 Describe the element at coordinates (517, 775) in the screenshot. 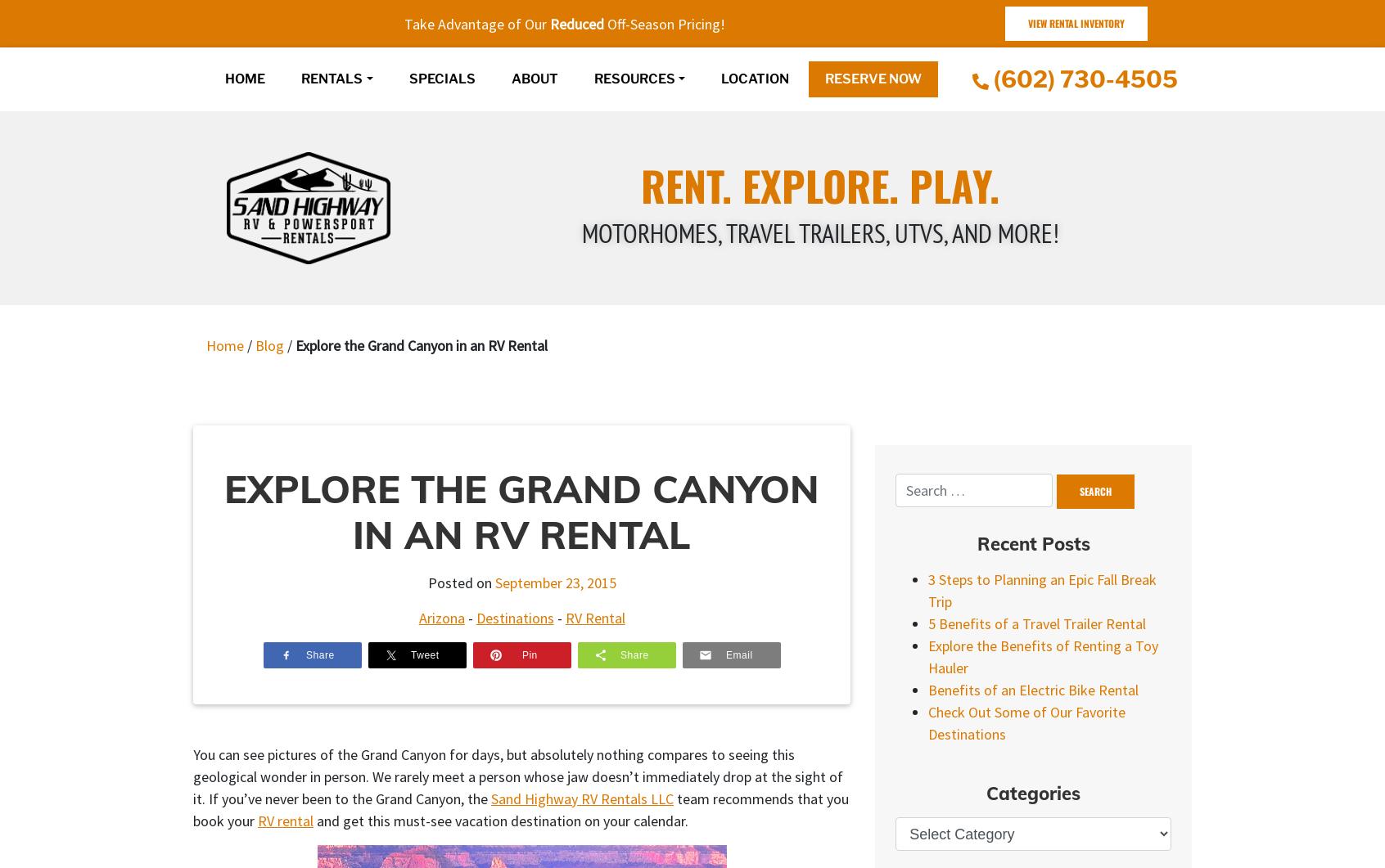

I see `'You can see pictures of the Grand Canyon for days, but absolutely nothing compares to seeing this geological wonder in person. We rarely meet a person whose jaw doesn’t immediately drop at the sight of it. If you’ve never been to the Grand Canyon, the'` at that location.